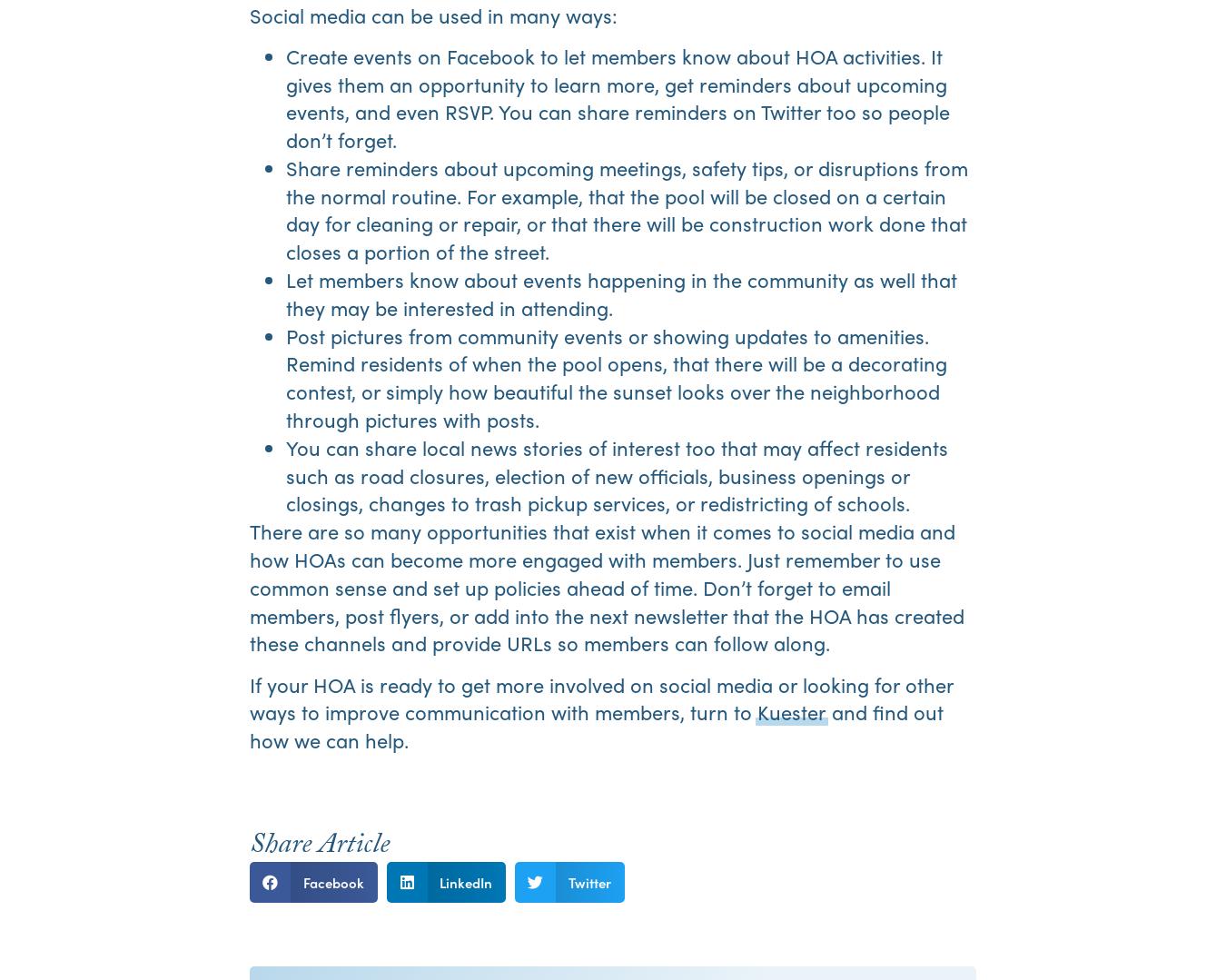  I want to click on 'Facebook', so click(332, 880).